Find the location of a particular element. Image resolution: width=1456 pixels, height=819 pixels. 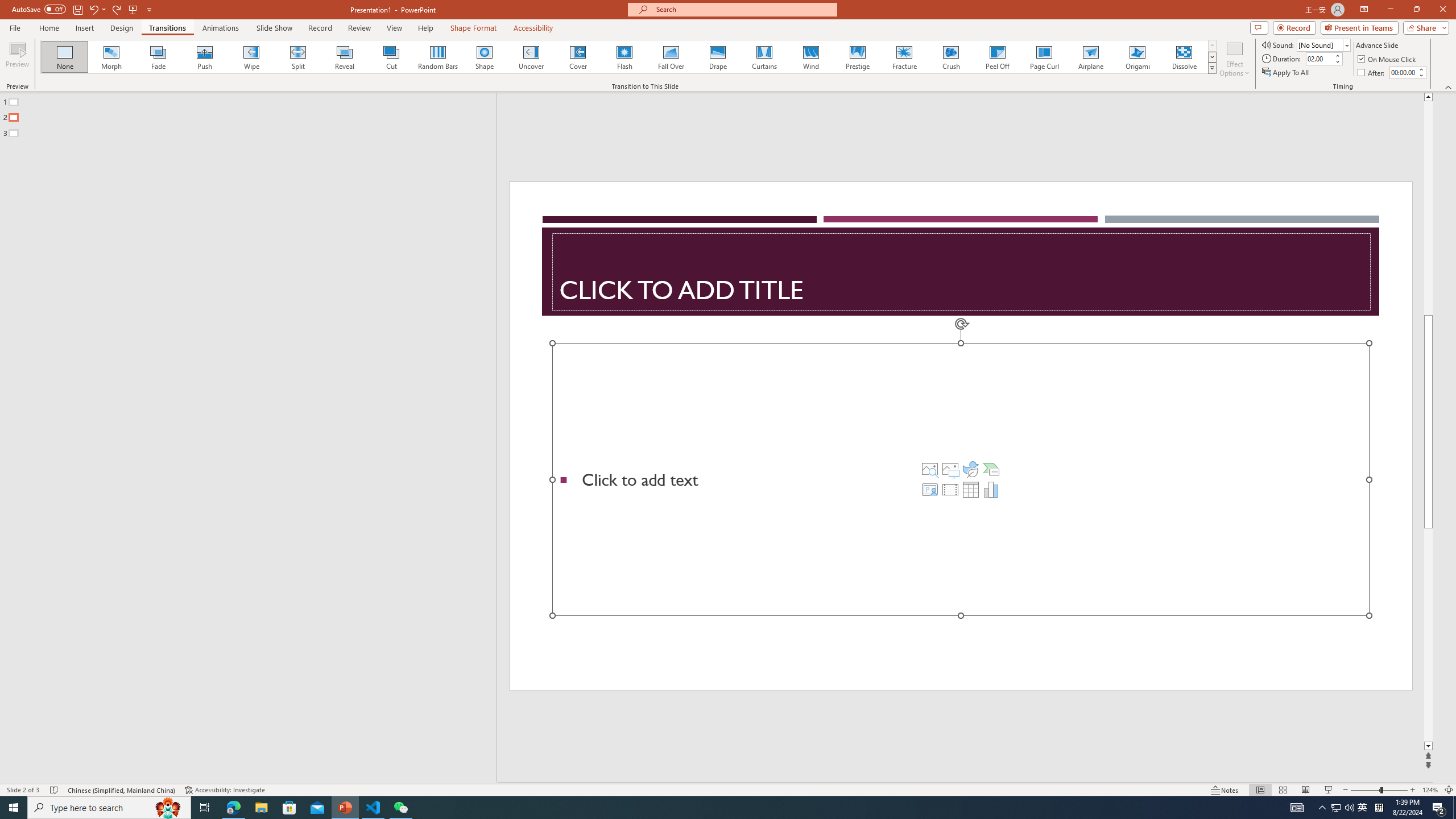

'Curtains' is located at coordinates (764, 56).